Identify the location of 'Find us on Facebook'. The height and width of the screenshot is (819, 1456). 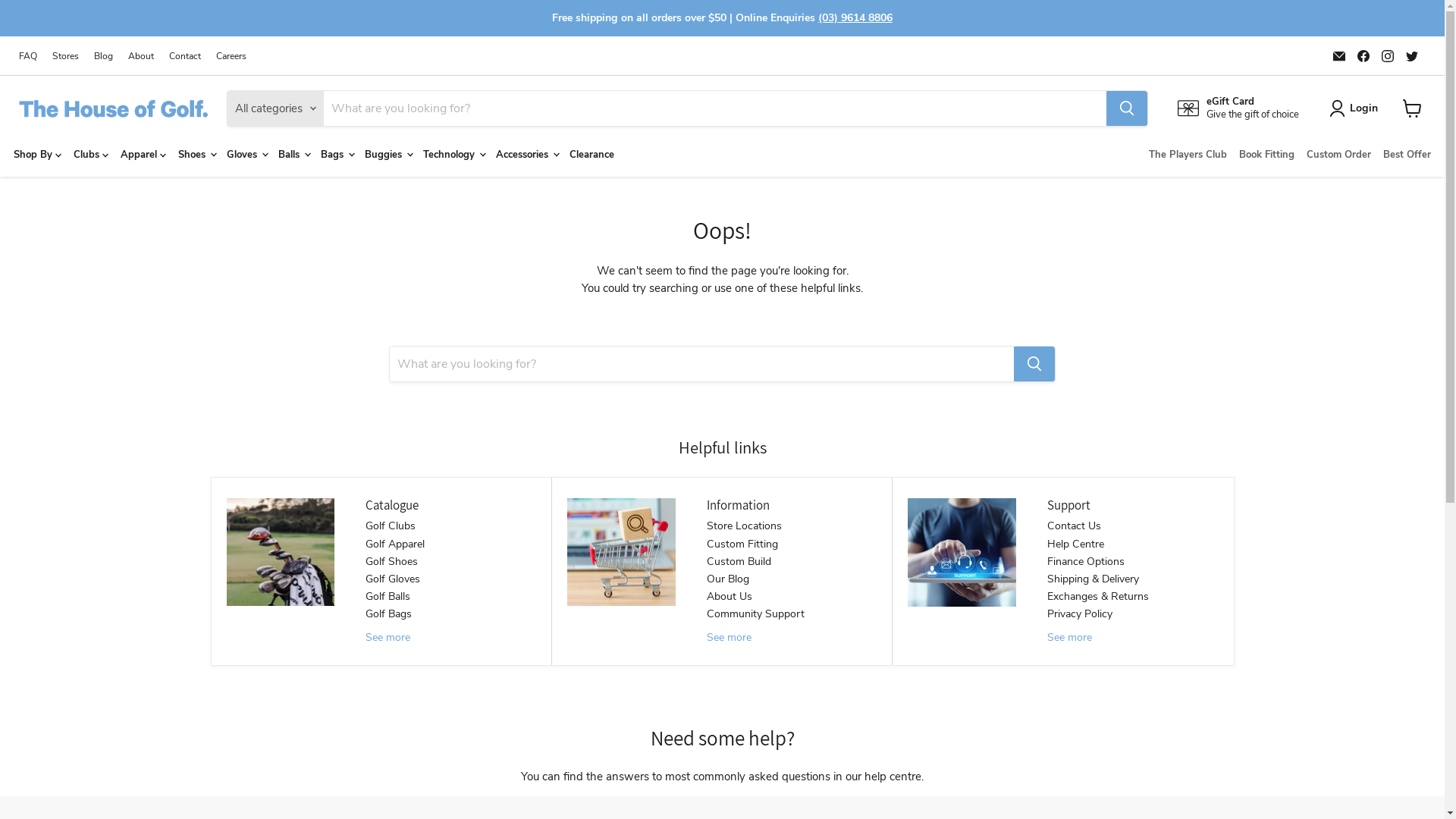
(1363, 55).